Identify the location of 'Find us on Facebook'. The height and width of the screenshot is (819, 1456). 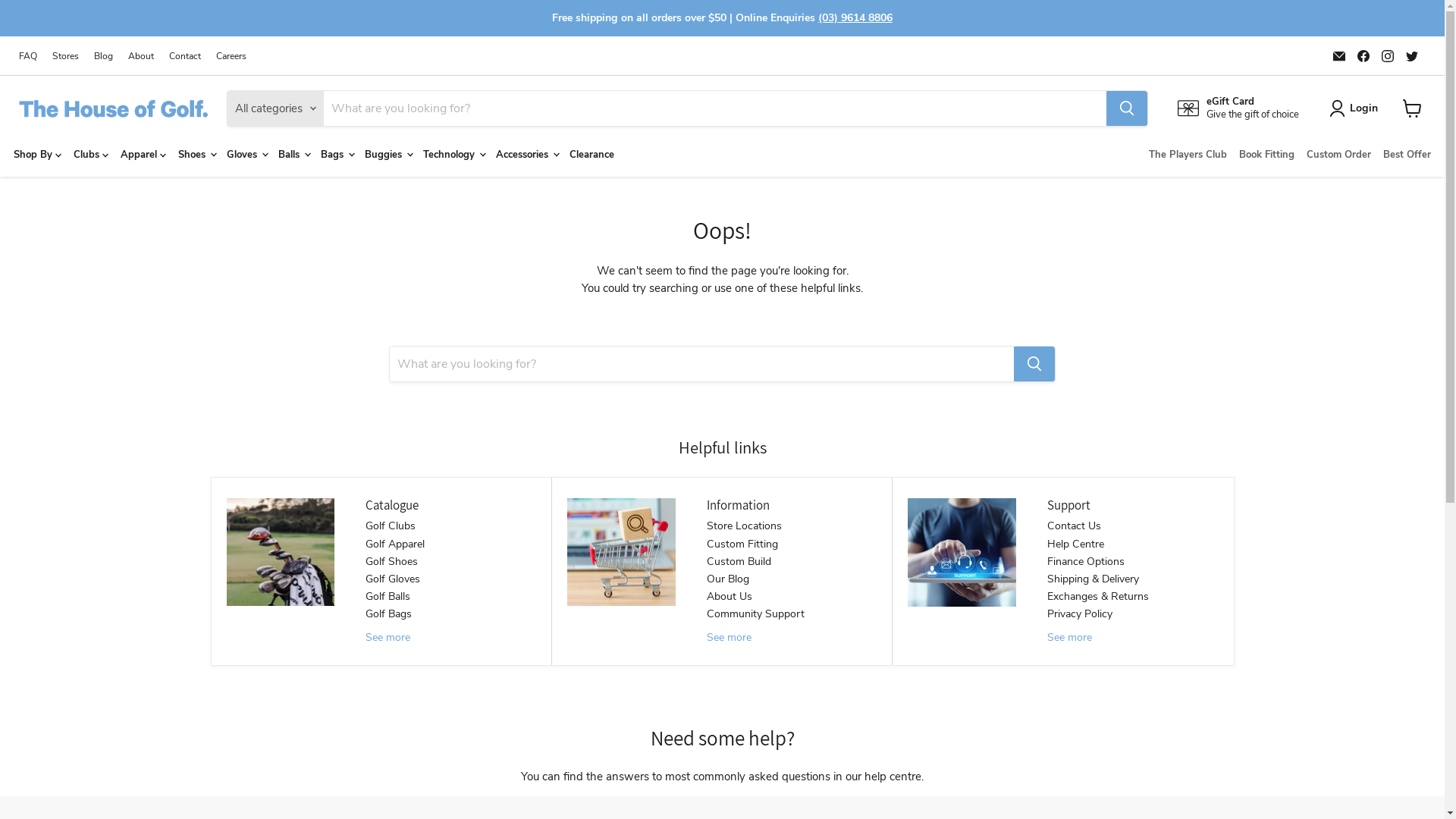
(1363, 55).